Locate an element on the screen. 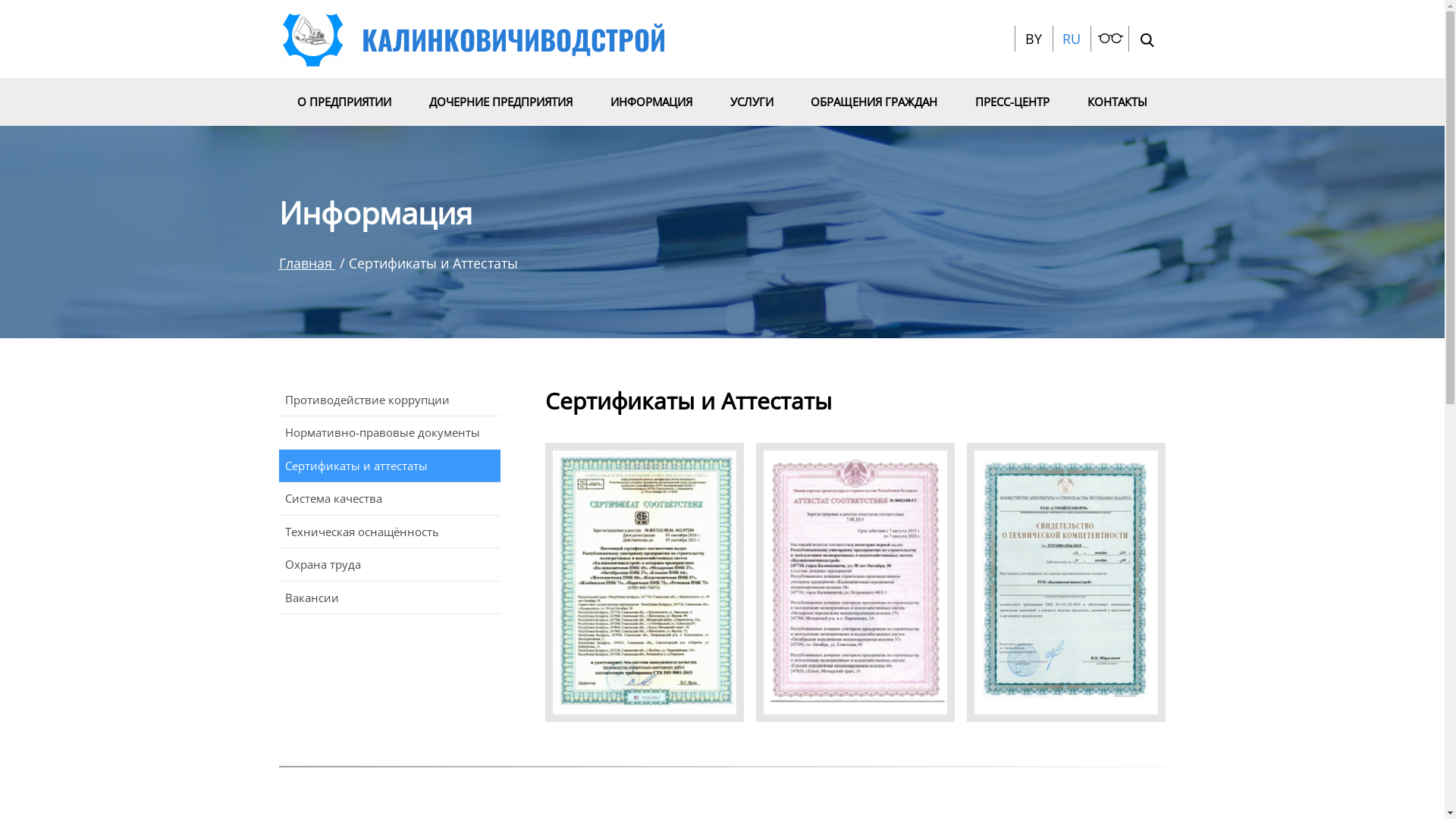 Image resolution: width=1456 pixels, height=819 pixels. 'BY' is located at coordinates (1025, 38).